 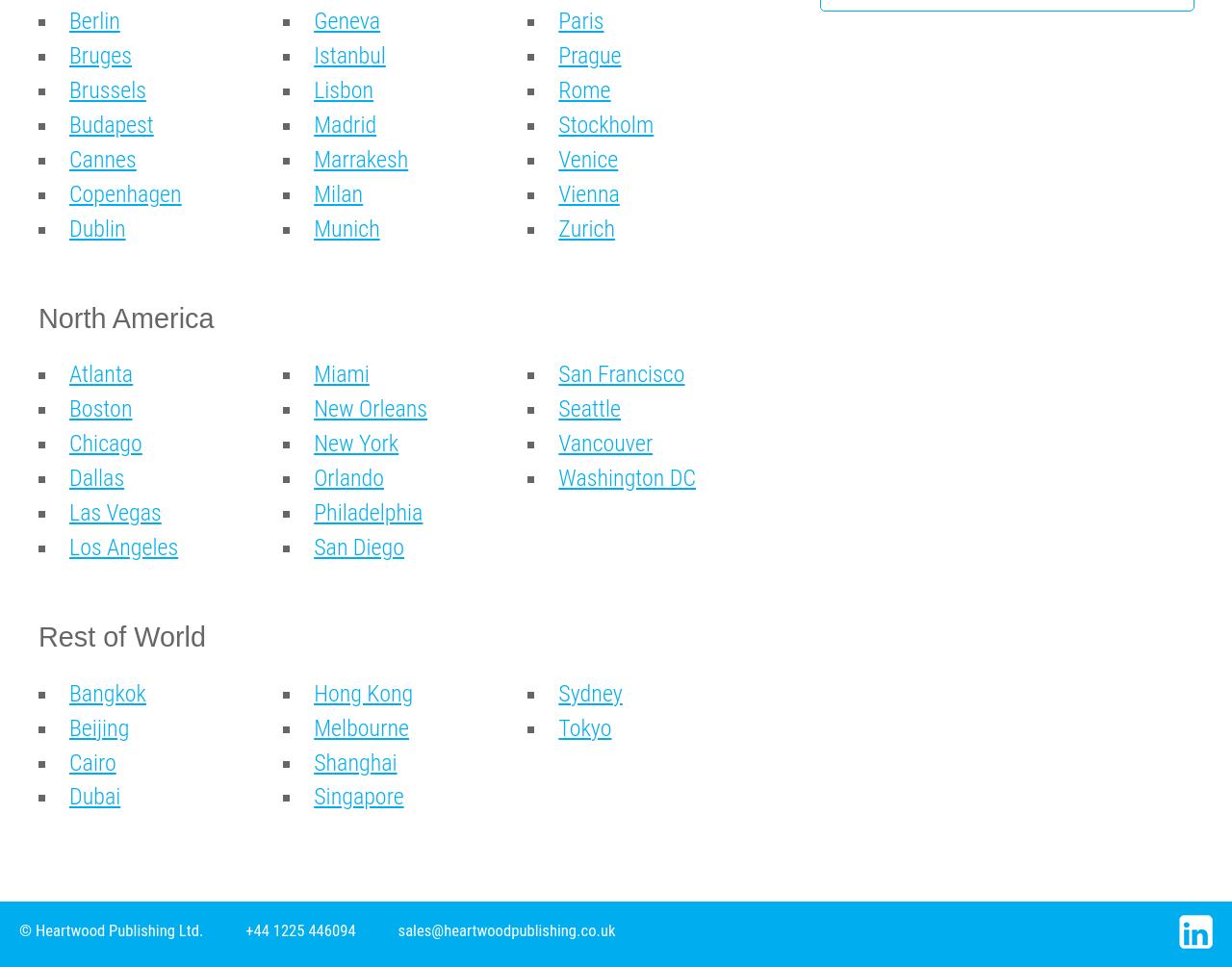 What do you see at coordinates (603, 443) in the screenshot?
I see `'Vancouver'` at bounding box center [603, 443].